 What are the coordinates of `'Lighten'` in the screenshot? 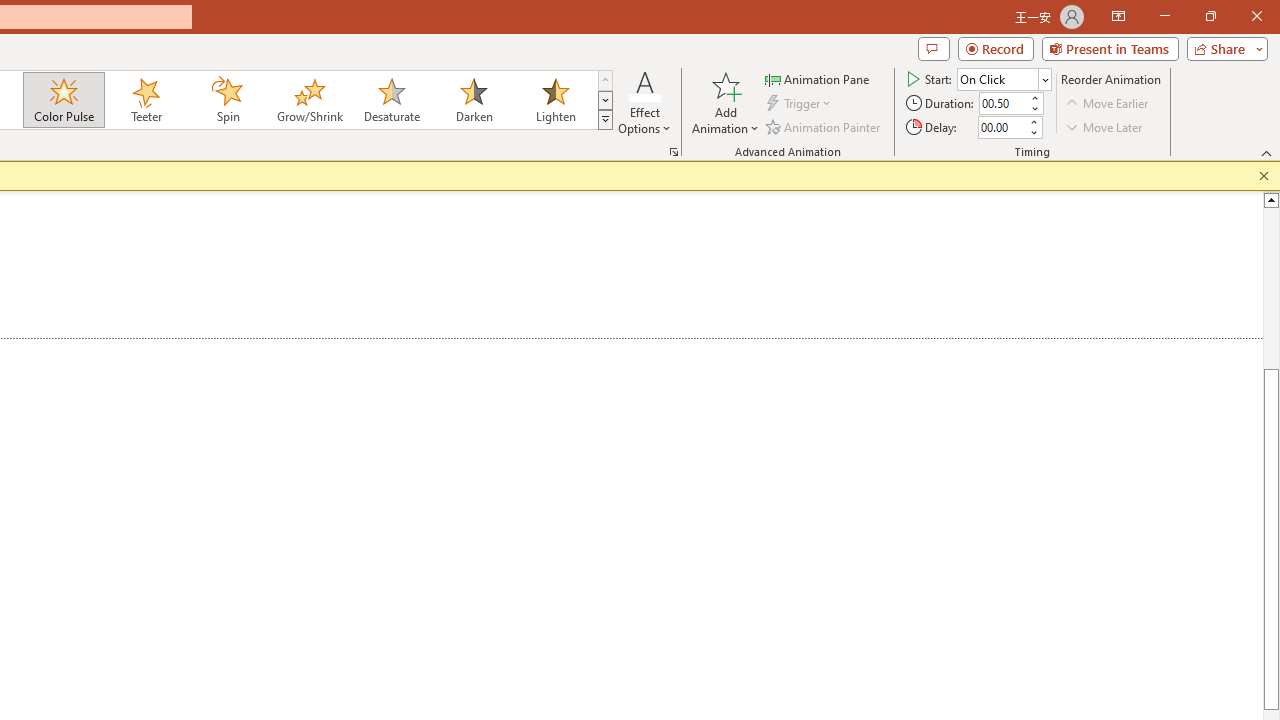 It's located at (555, 100).